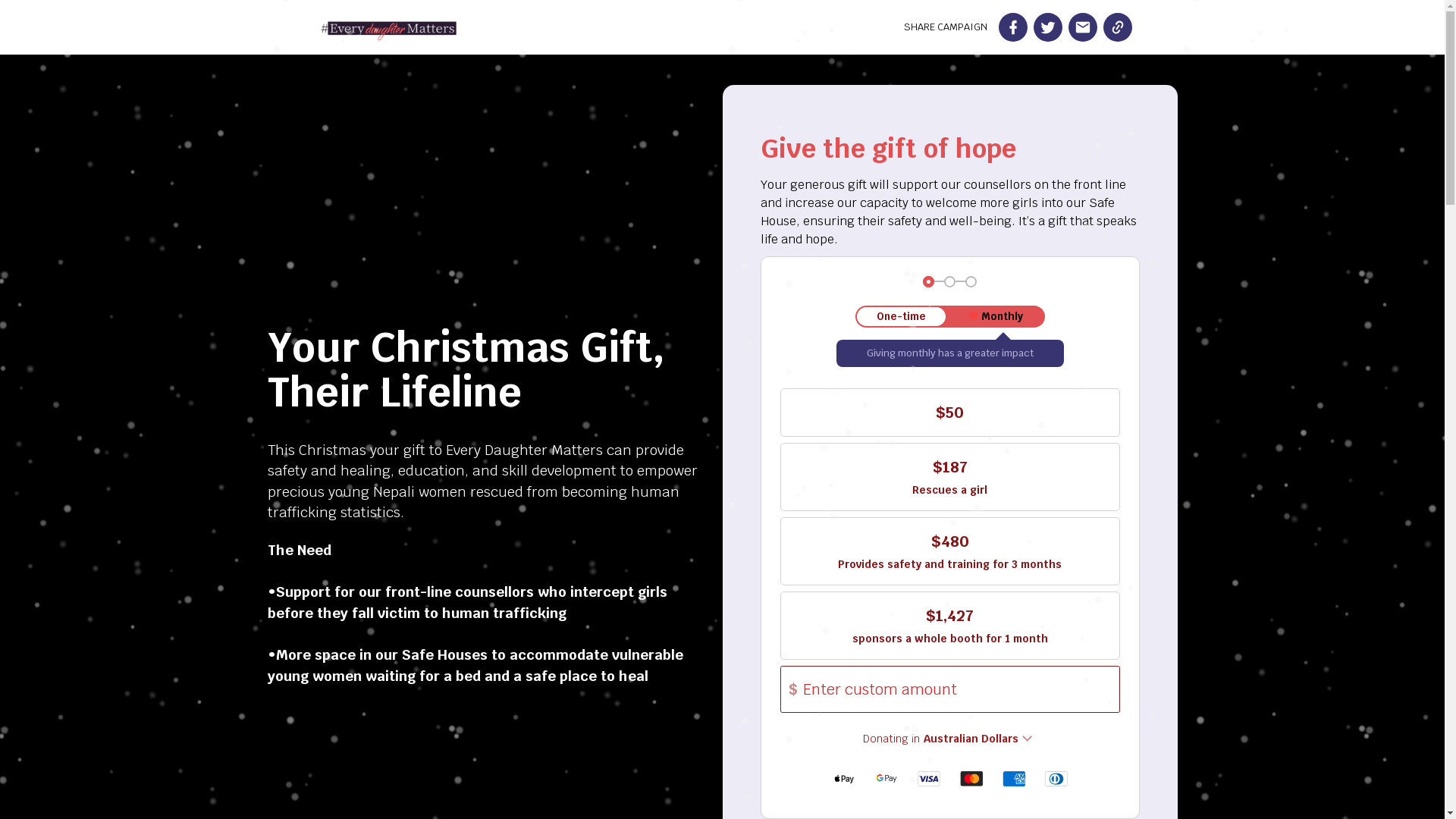  What do you see at coordinates (927, 281) in the screenshot?
I see `'Step 1'` at bounding box center [927, 281].